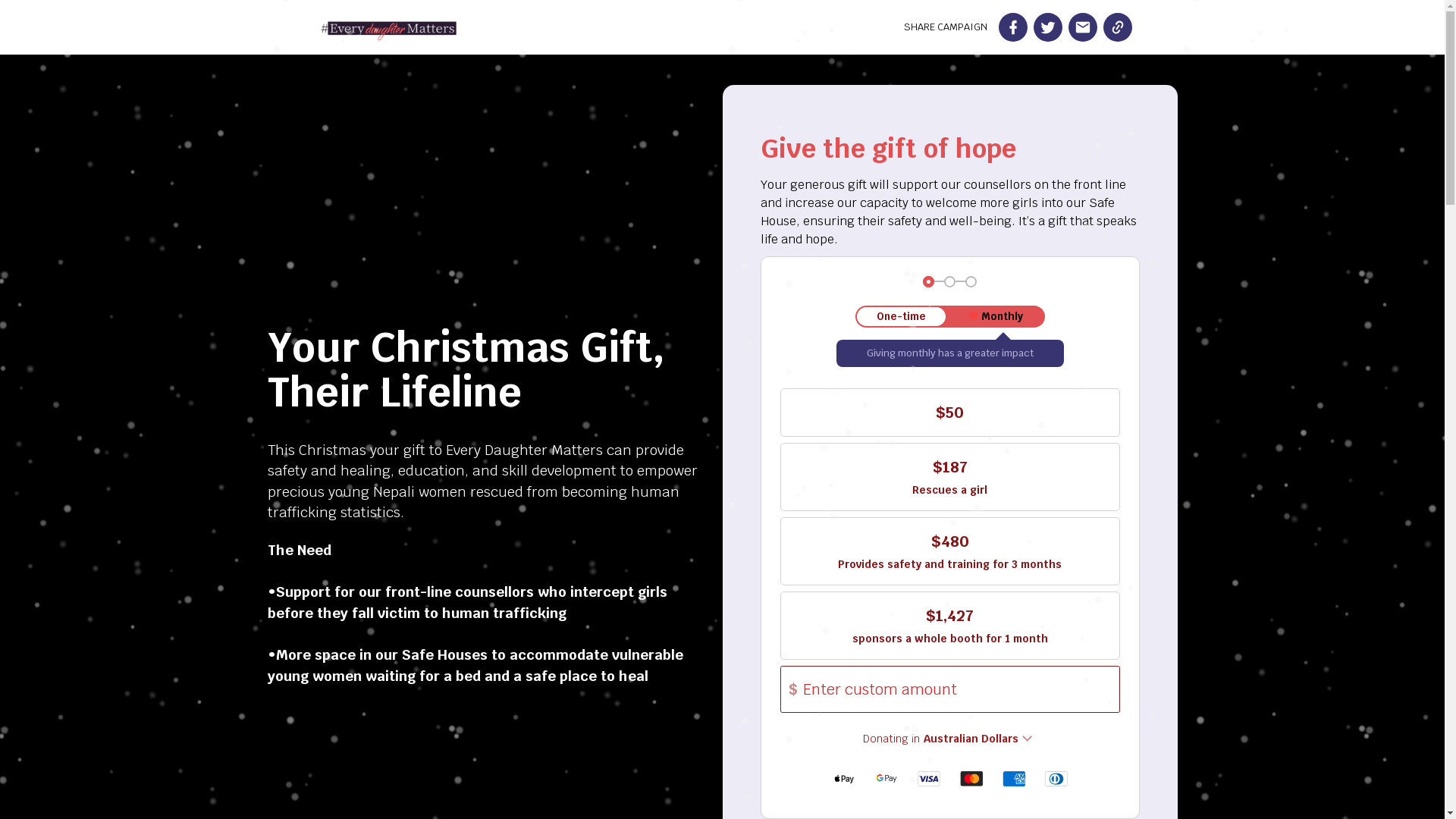  What do you see at coordinates (927, 281) in the screenshot?
I see `'Step 1'` at bounding box center [927, 281].